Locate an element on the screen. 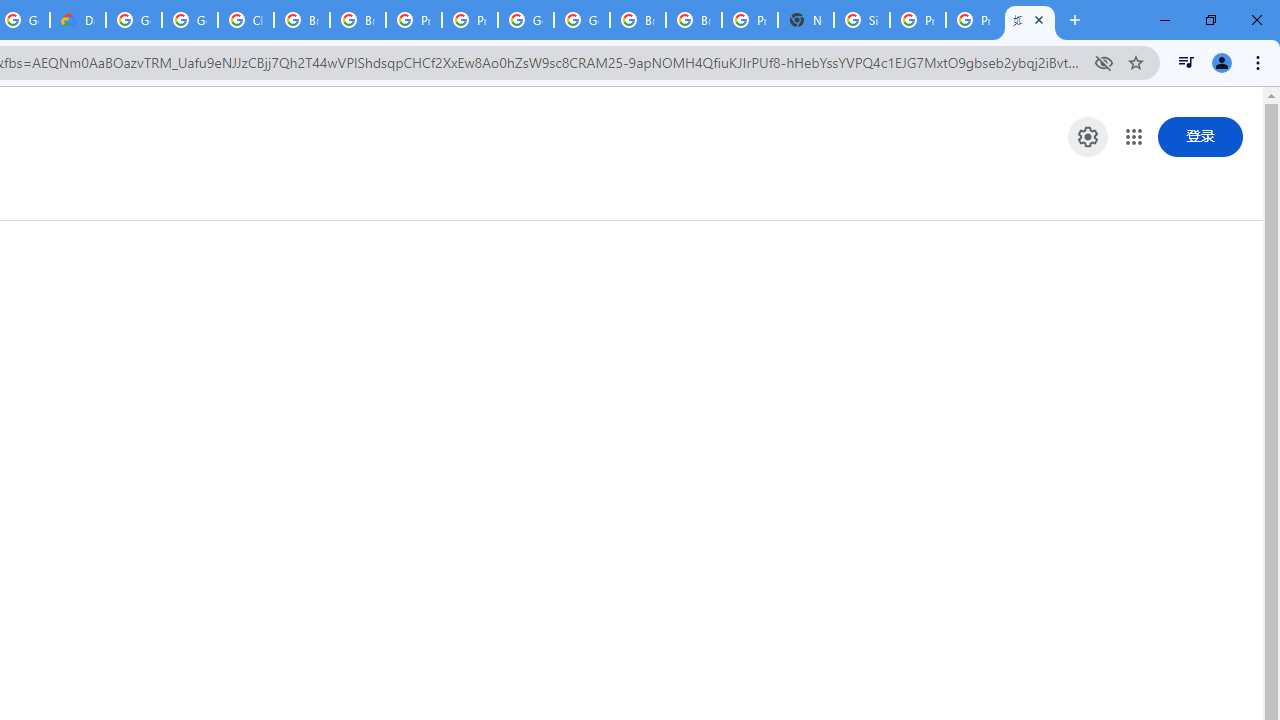  'Google Cloud Platform' is located at coordinates (526, 20).